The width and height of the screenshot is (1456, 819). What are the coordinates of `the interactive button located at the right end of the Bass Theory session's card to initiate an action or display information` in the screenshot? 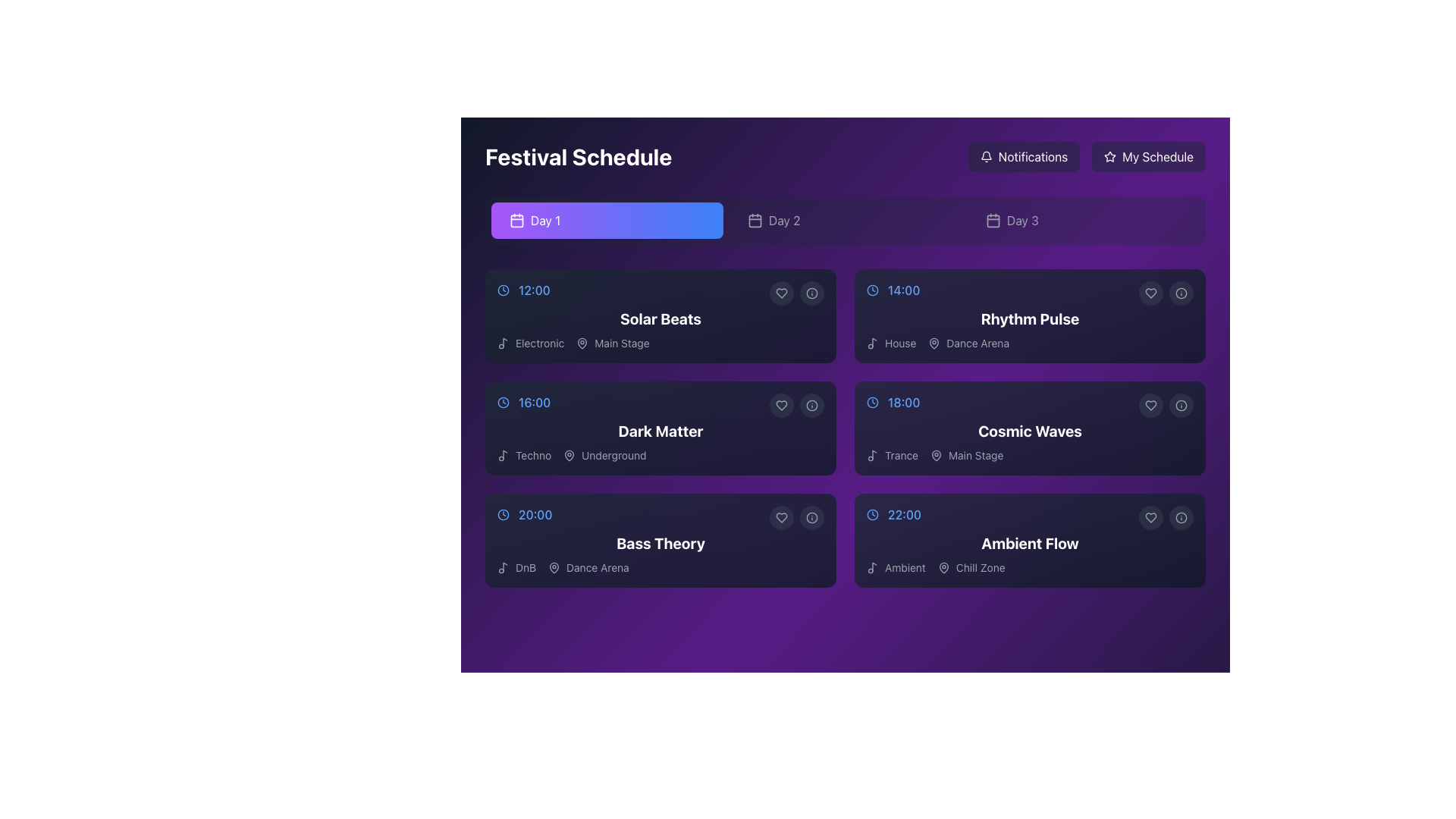 It's located at (811, 516).